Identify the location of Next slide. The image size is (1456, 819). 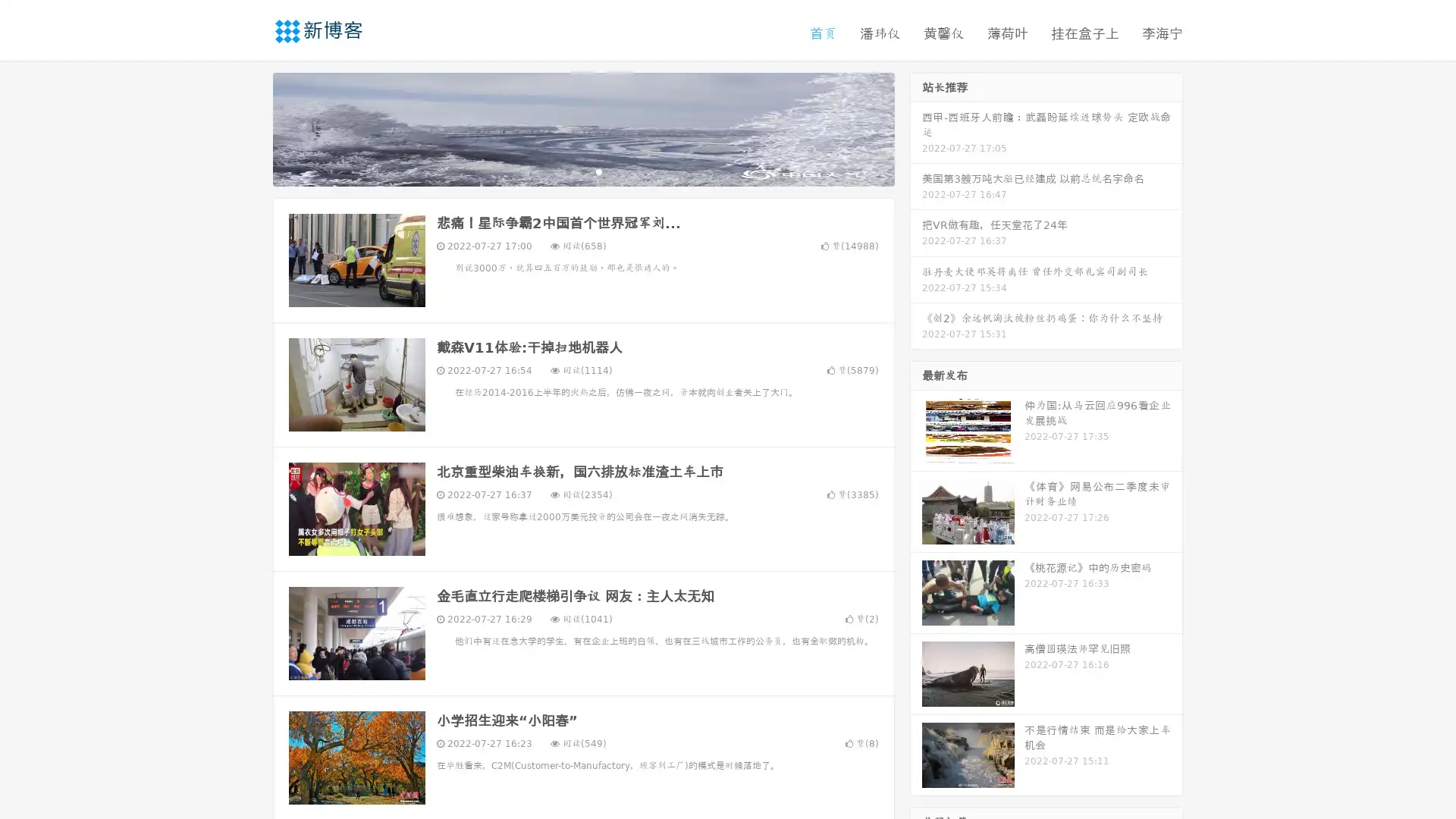
(916, 127).